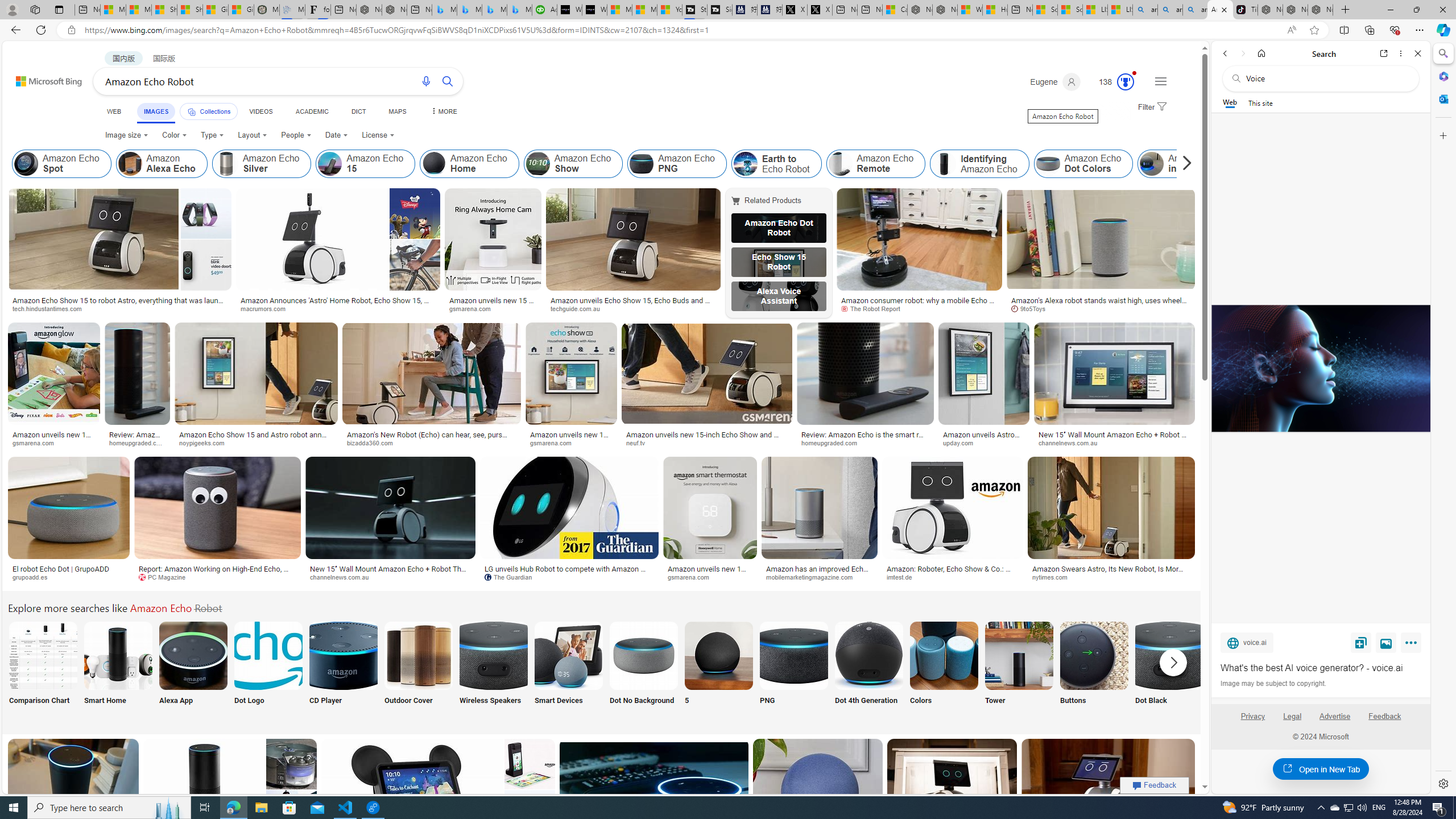 Image resolution: width=1456 pixels, height=819 pixels. Describe the element at coordinates (819, 577) in the screenshot. I see `'mobilemarketingmagazine.com'` at that location.